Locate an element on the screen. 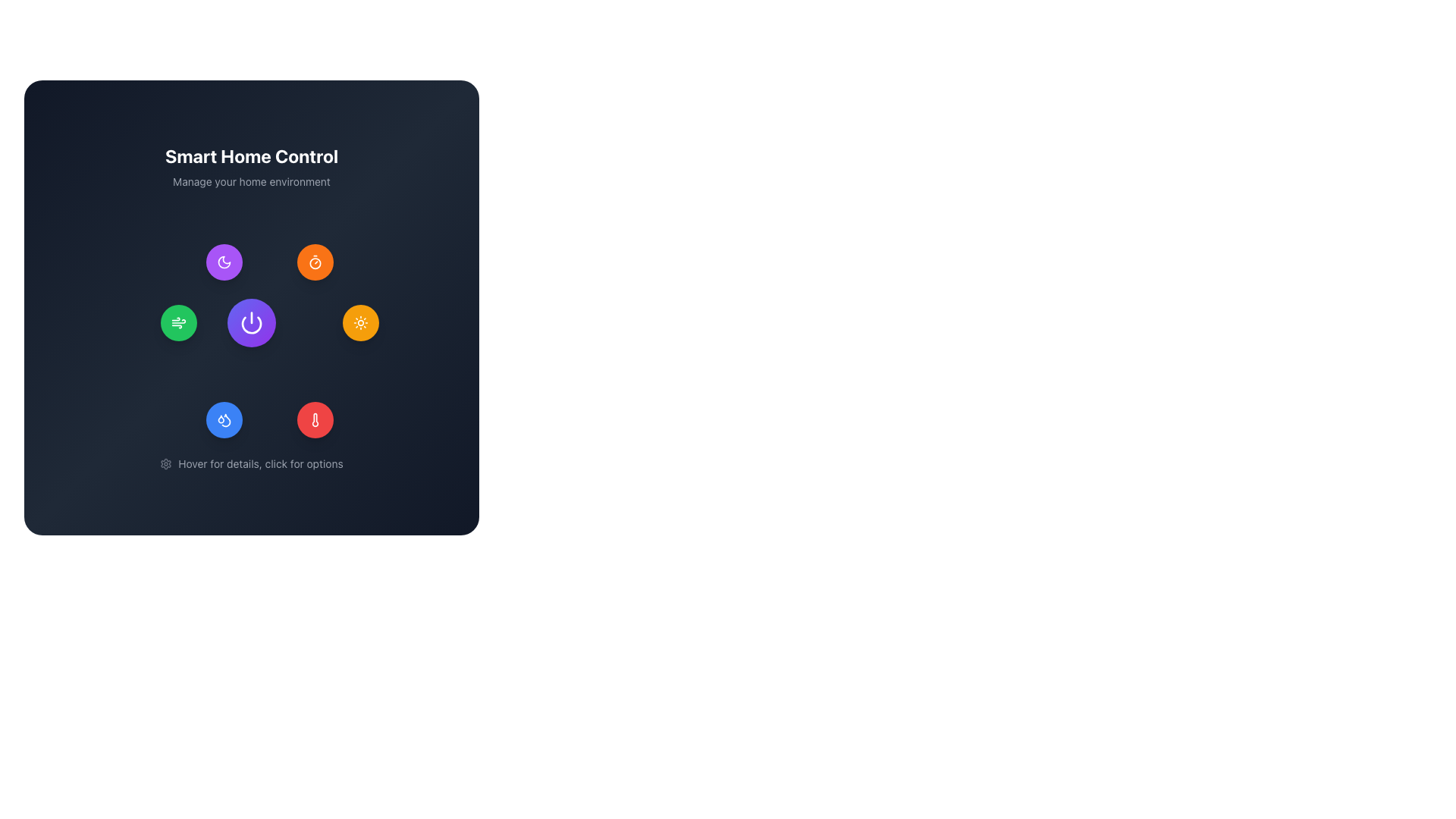  the central part of the orange icon represented by the Circle SVG component located at the top-right of the circular layout of icons is located at coordinates (315, 262).